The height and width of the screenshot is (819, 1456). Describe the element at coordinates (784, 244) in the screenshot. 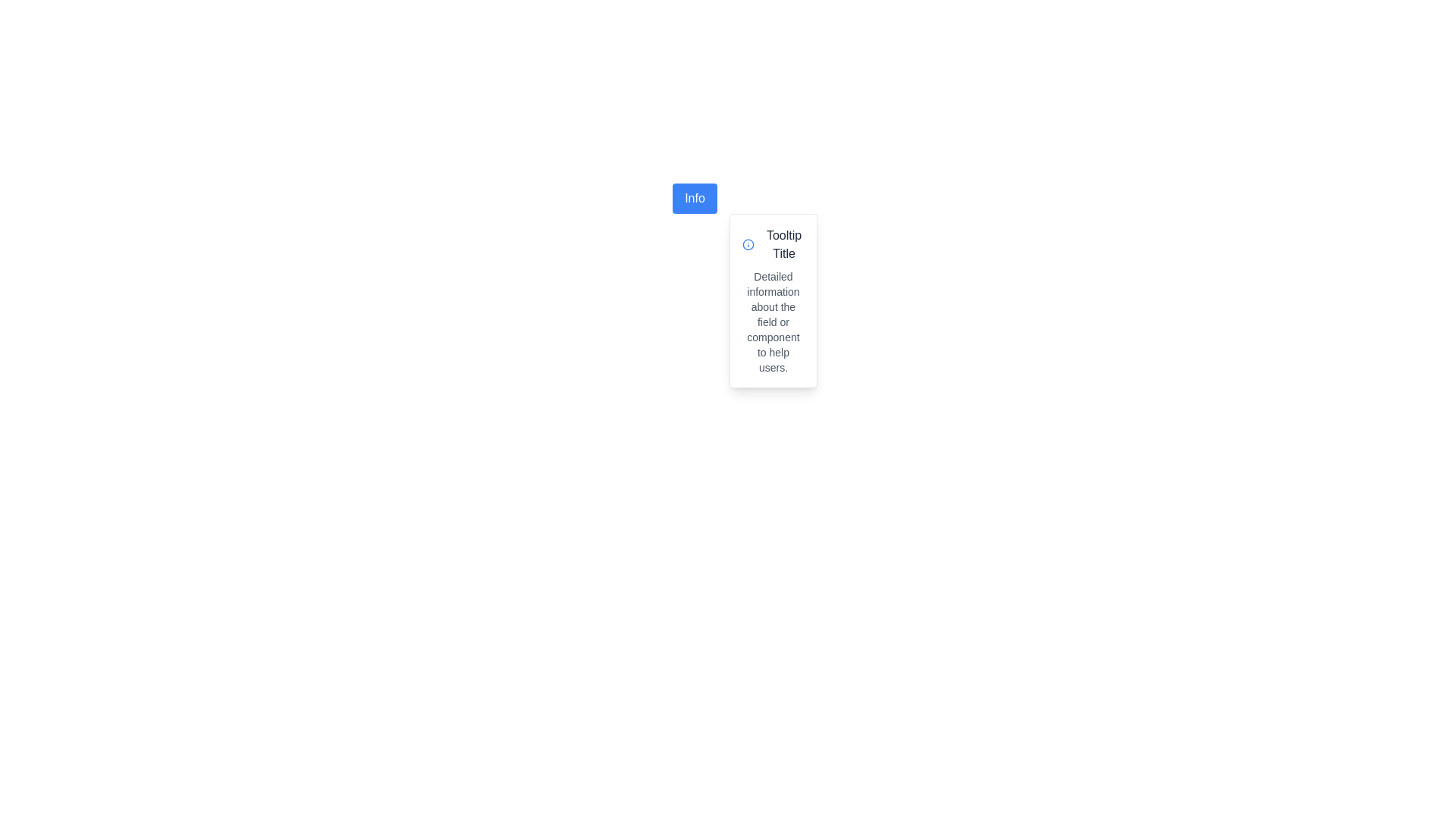

I see `the static text label displaying 'Tooltip Title' situated in a tooltip-like box below the 'Info' label` at that location.